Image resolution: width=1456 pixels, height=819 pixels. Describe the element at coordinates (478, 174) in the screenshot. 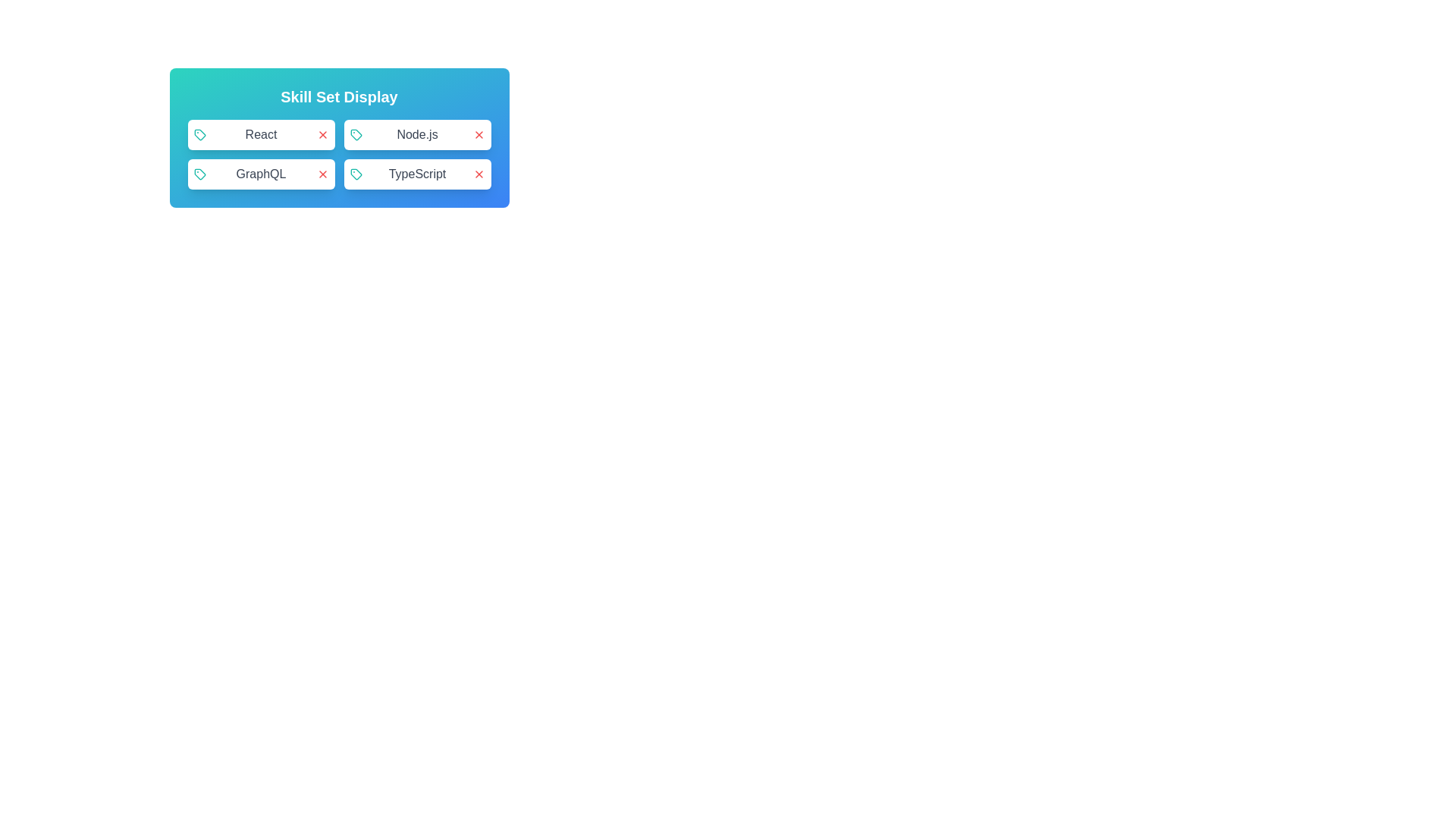

I see `close button next to the skill TypeScript to remove it` at that location.